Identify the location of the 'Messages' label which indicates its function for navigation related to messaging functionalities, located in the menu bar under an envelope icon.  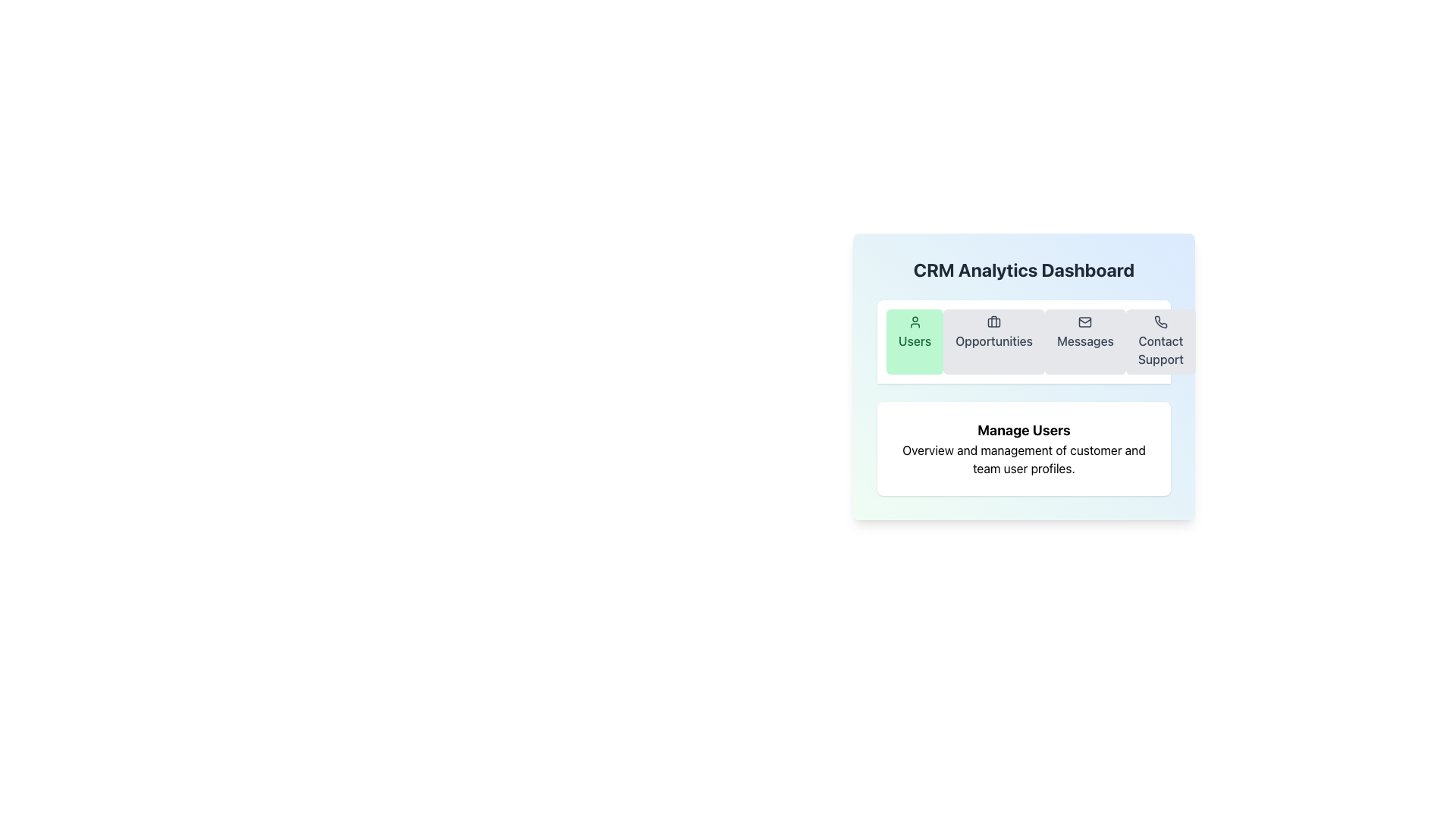
(1084, 341).